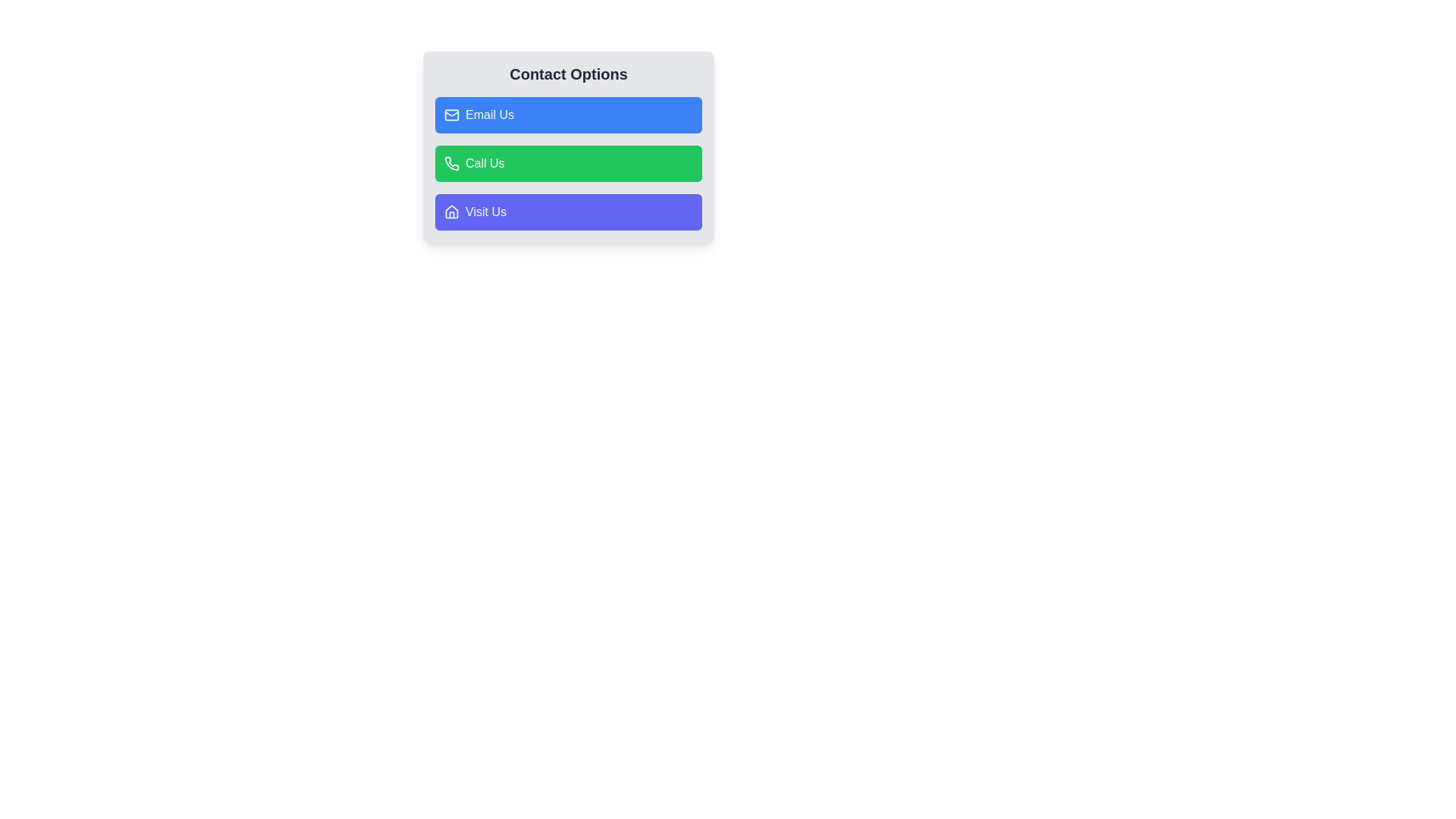 This screenshot has height=819, width=1456. Describe the element at coordinates (450, 163) in the screenshot. I see `the 'Call Us' button which contains the icon or vector graphic indicating the 'Call Us' action, located centrally within the 'Contact Options' section` at that location.